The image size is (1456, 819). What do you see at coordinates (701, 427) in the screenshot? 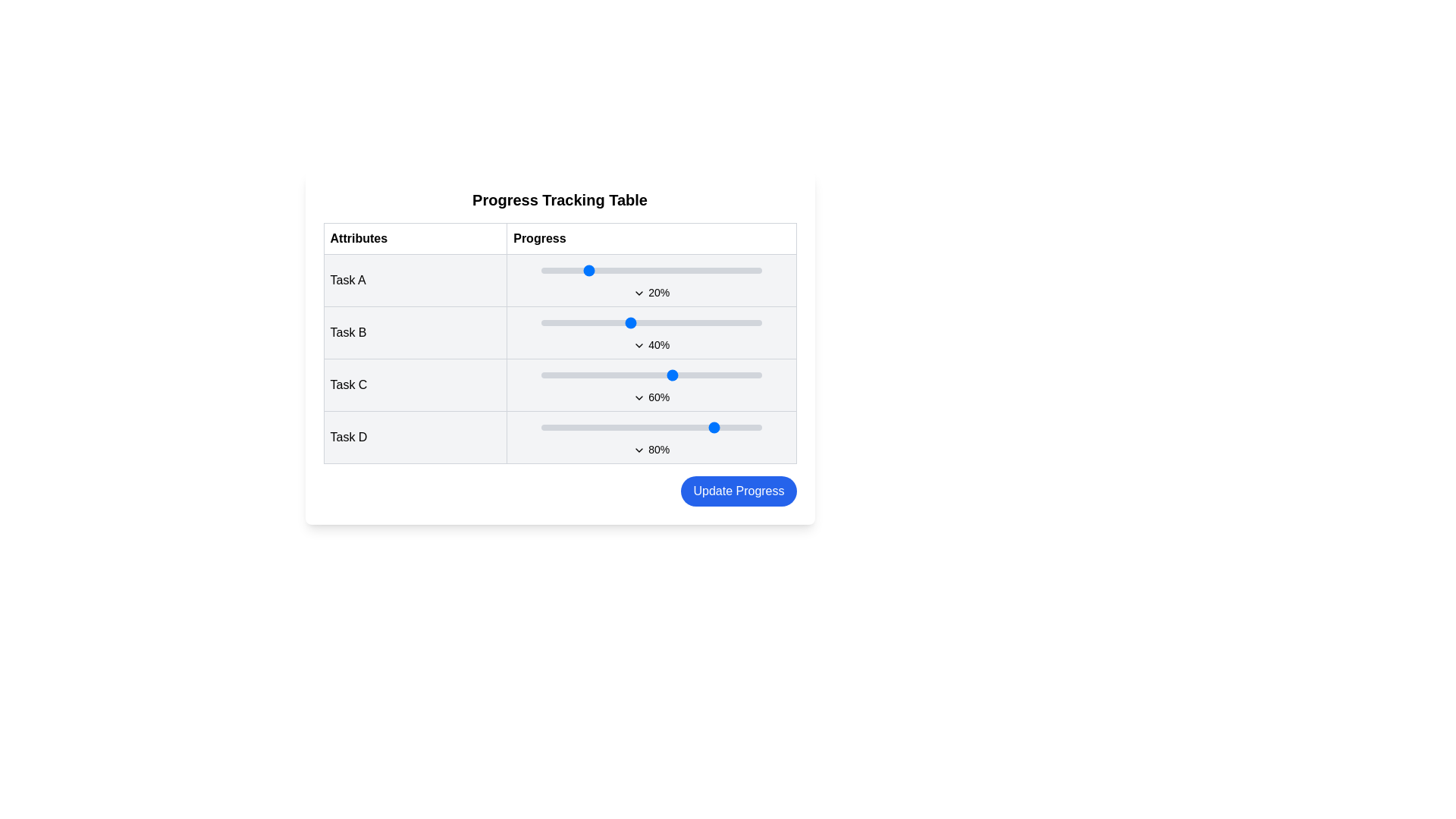
I see `progress for Task D` at bounding box center [701, 427].